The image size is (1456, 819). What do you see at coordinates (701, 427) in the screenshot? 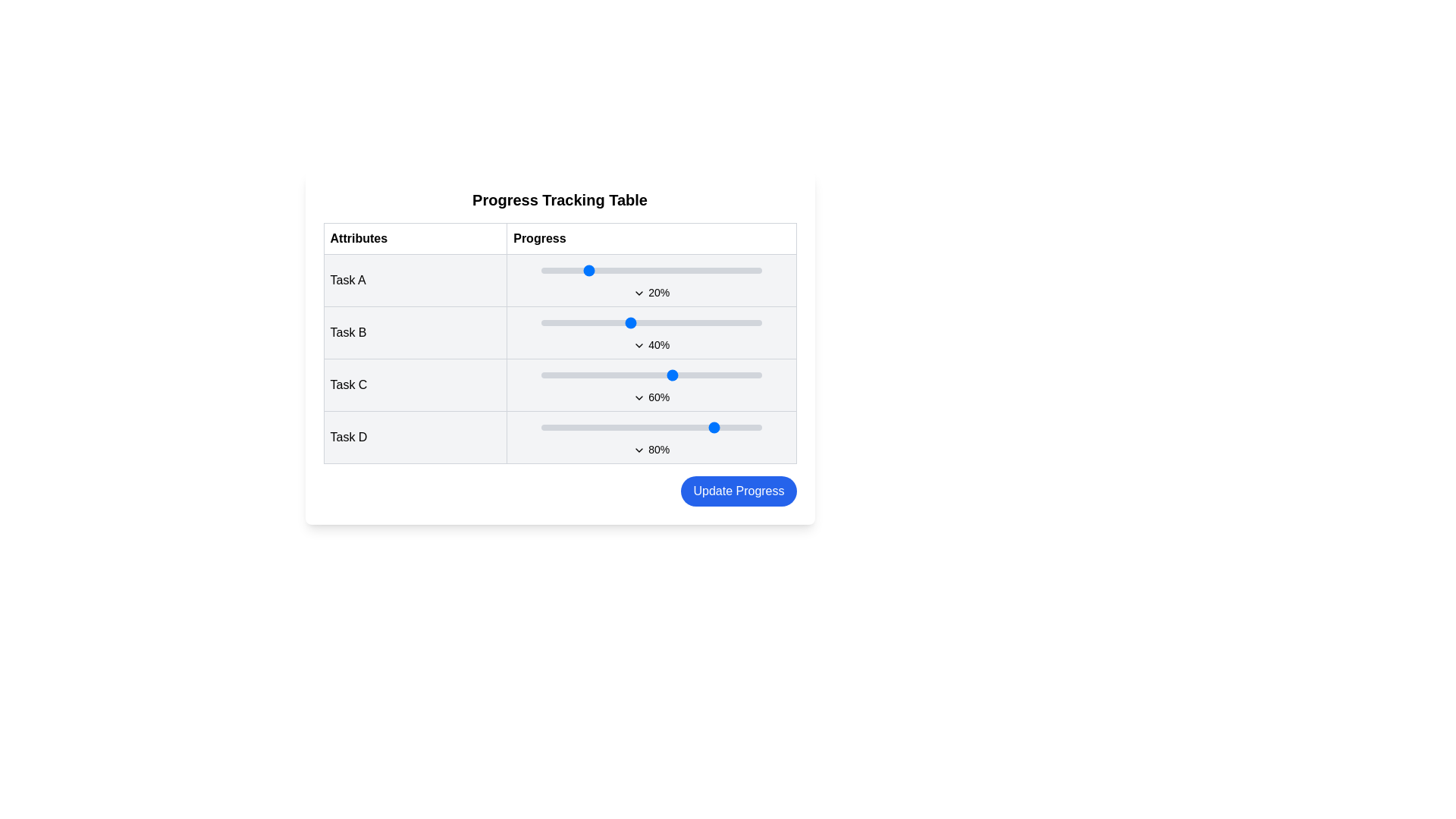
I see `progress for Task D` at bounding box center [701, 427].